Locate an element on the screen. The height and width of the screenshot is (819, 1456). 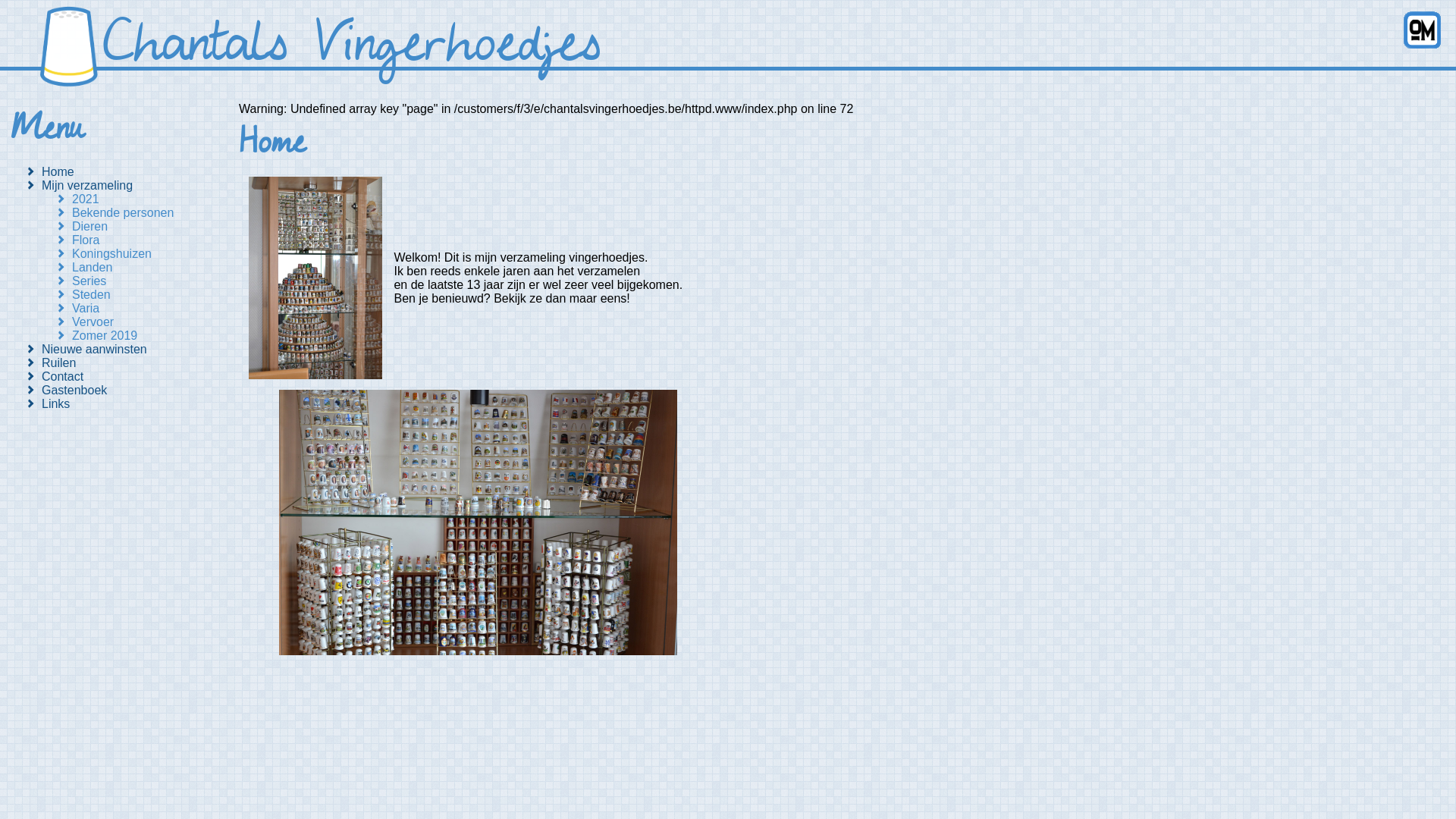
'Series' is located at coordinates (144, 281).